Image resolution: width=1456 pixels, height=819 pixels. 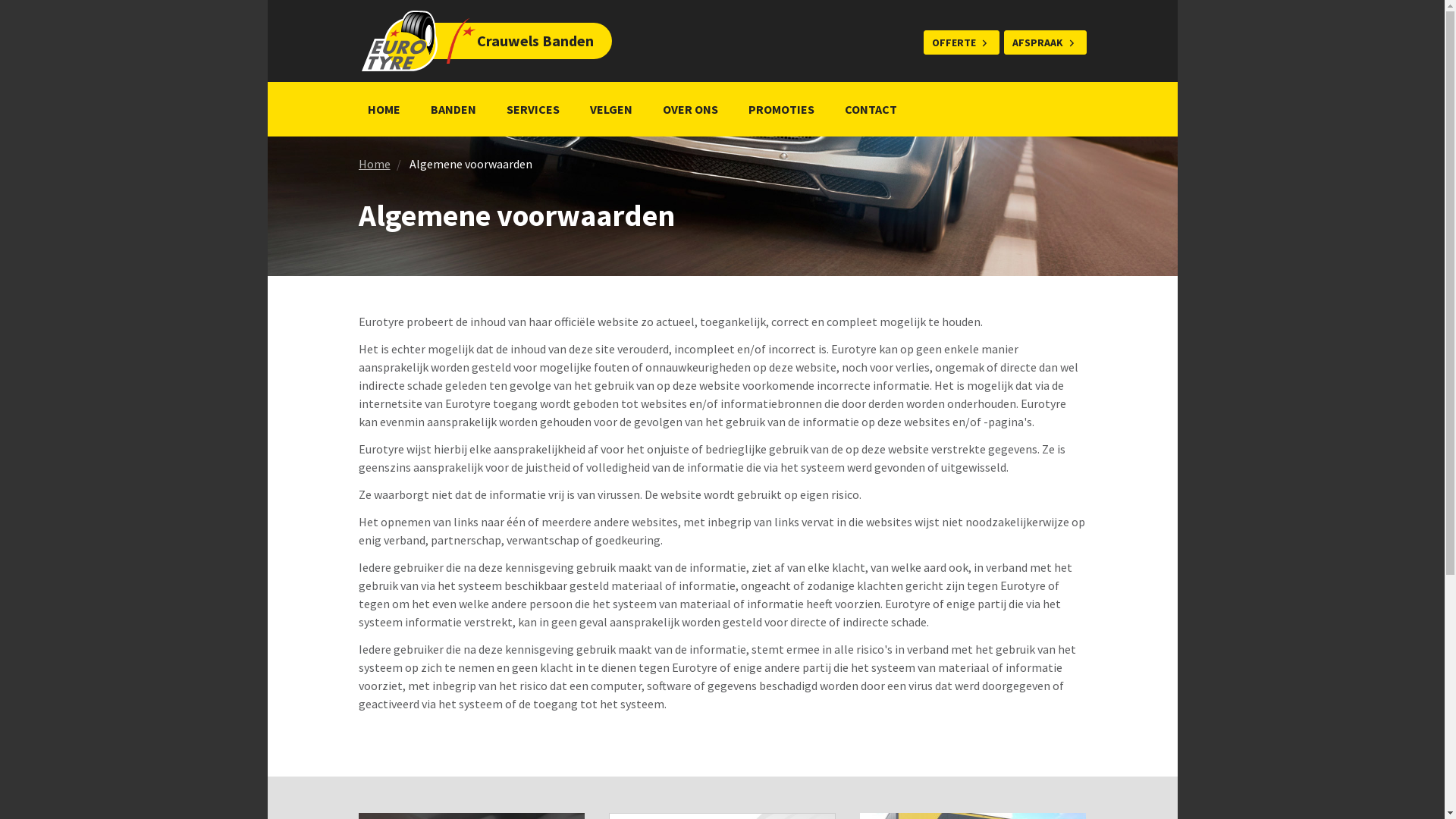 What do you see at coordinates (654, 108) in the screenshot?
I see `'OVER ONS'` at bounding box center [654, 108].